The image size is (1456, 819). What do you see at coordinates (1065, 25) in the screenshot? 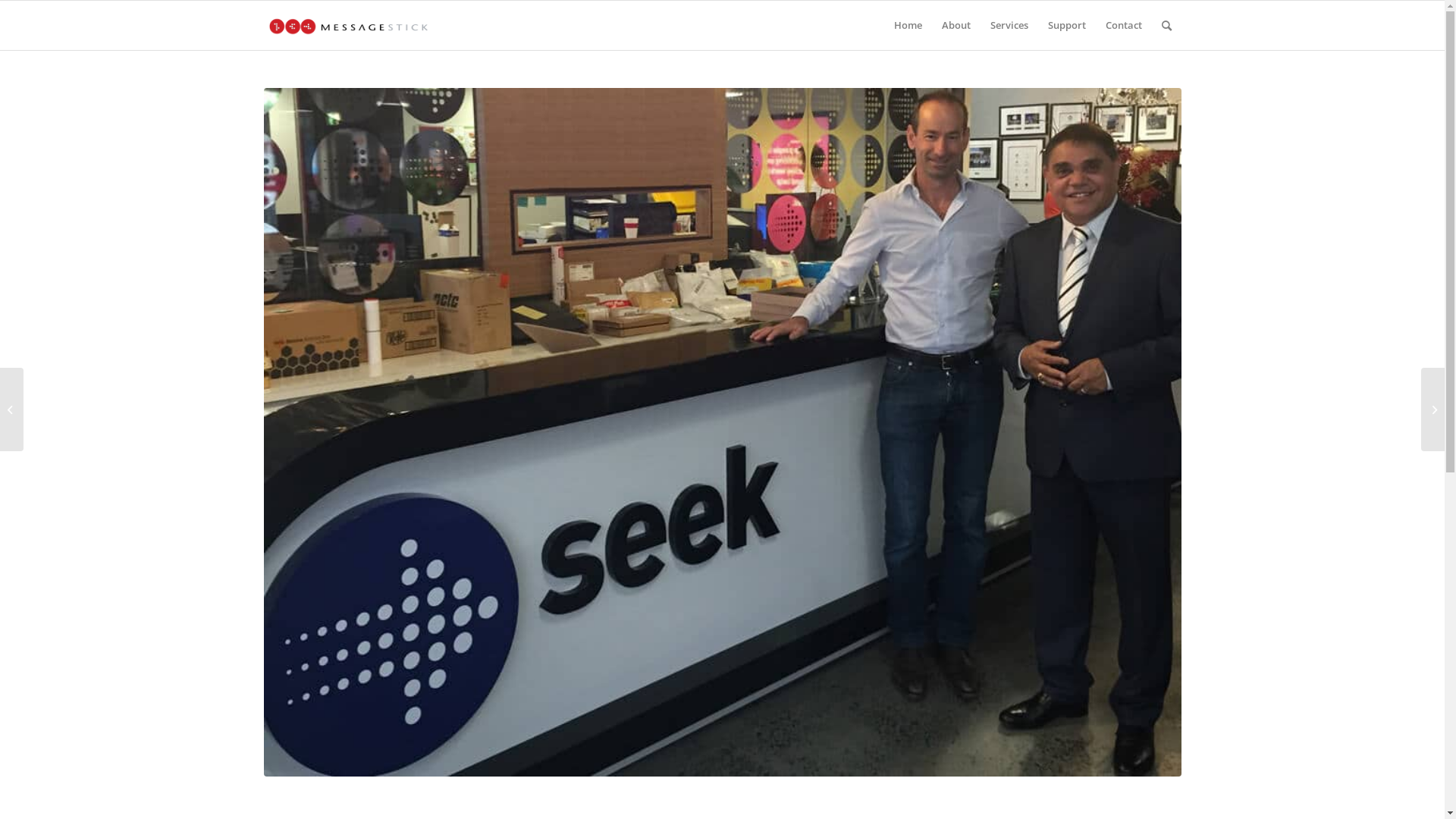
I see `'Support'` at bounding box center [1065, 25].